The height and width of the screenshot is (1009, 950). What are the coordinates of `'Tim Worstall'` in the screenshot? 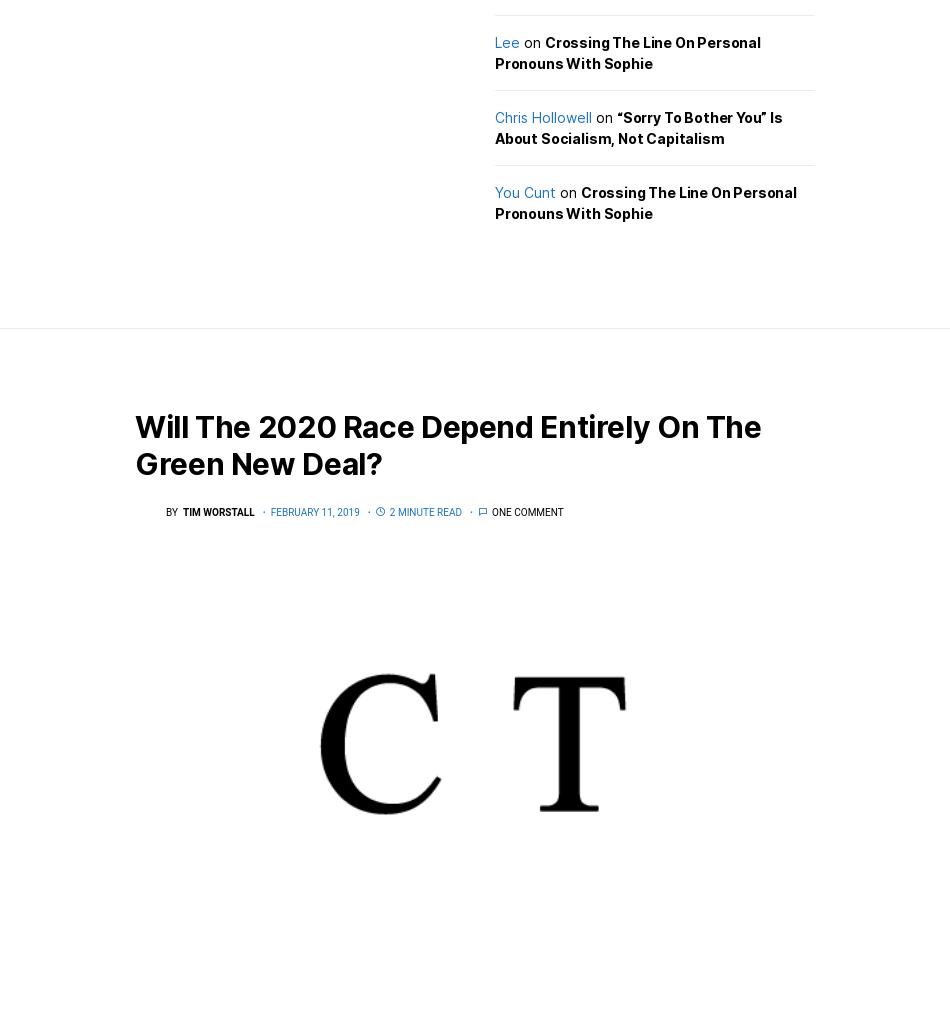 It's located at (218, 512).